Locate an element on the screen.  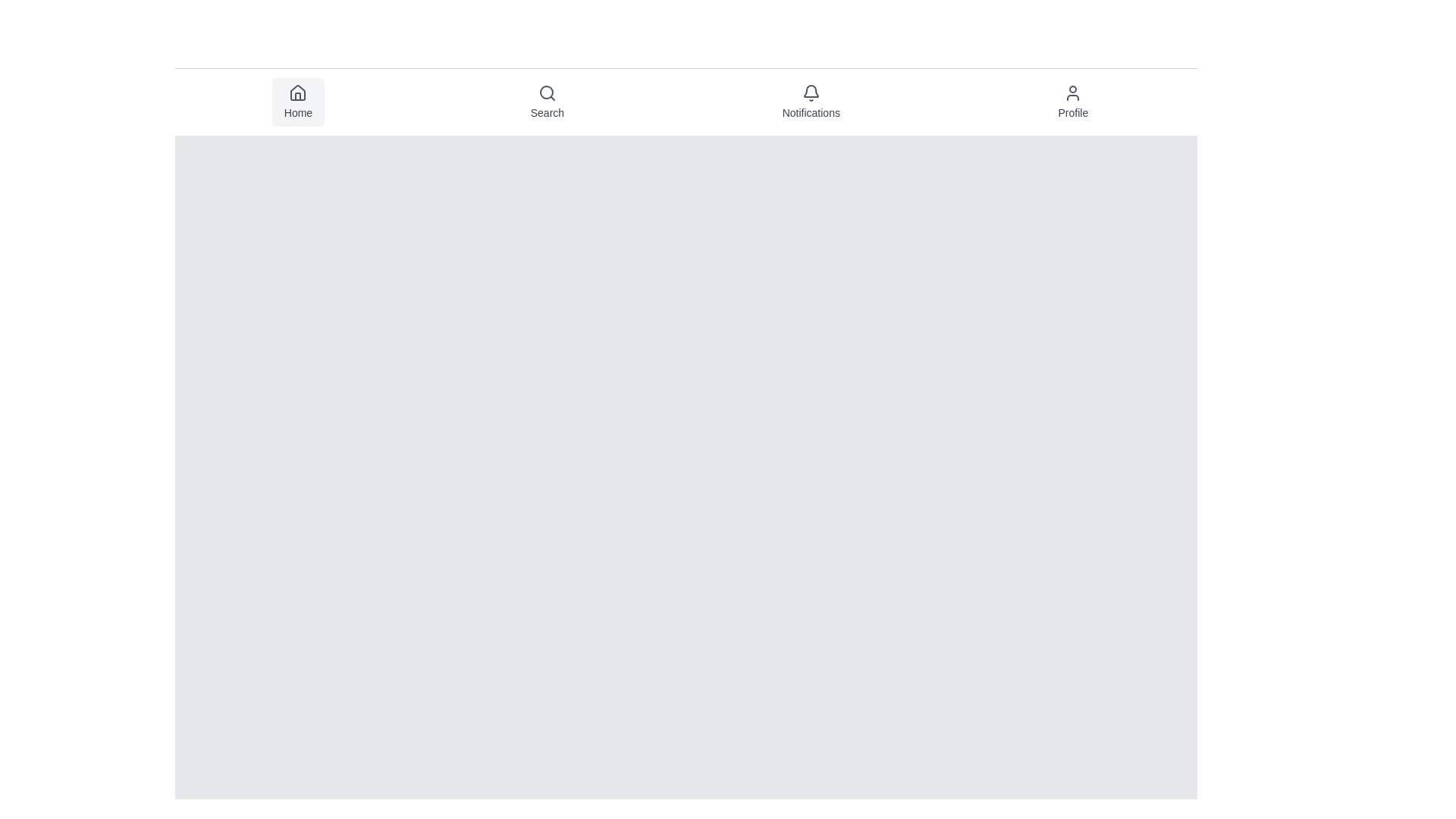
text label displaying 'Home' located within the navigation bar, which is styled with a smaller font size and gray color is located at coordinates (298, 112).